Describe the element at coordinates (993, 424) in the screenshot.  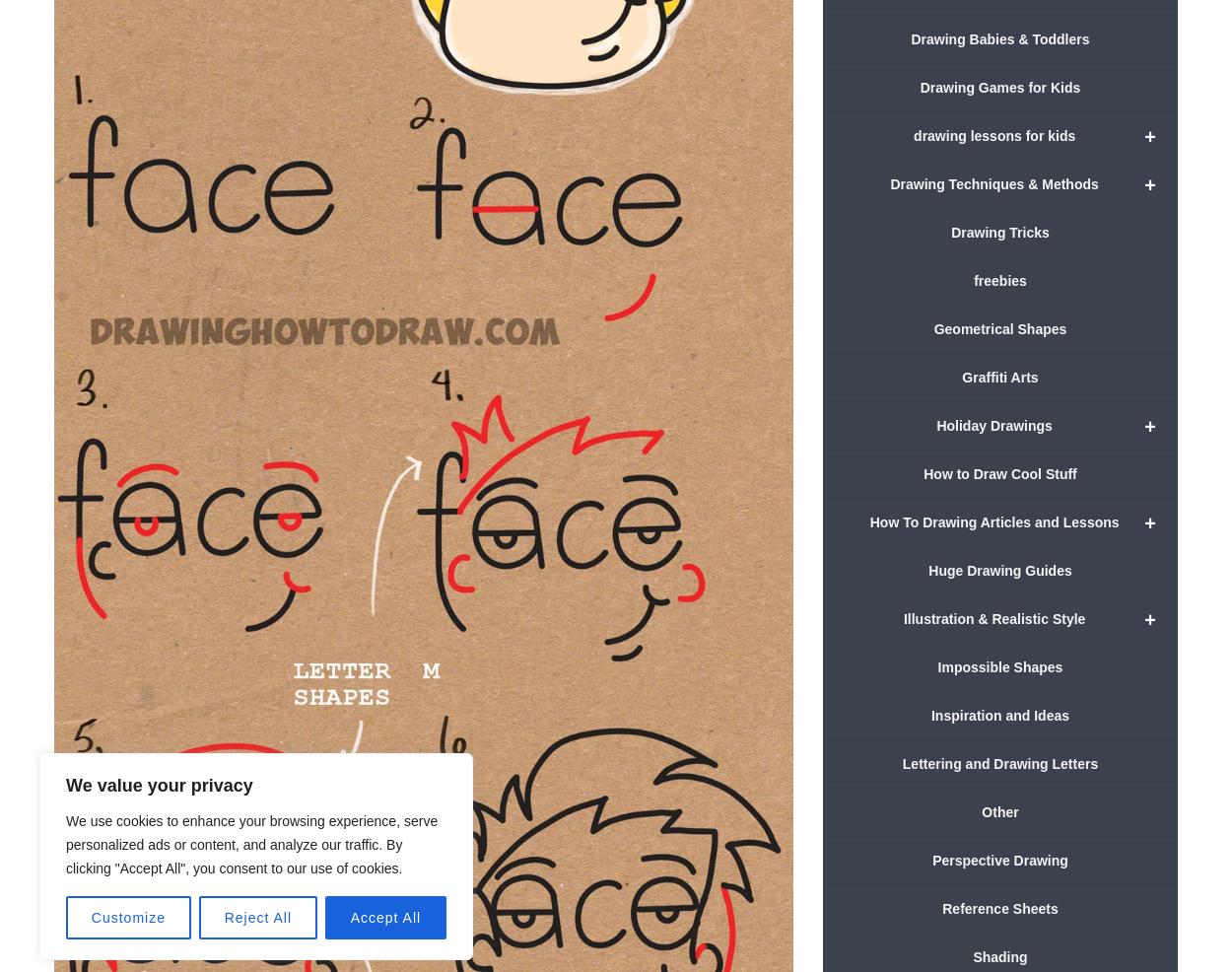
I see `'Holiday Drawings'` at that location.